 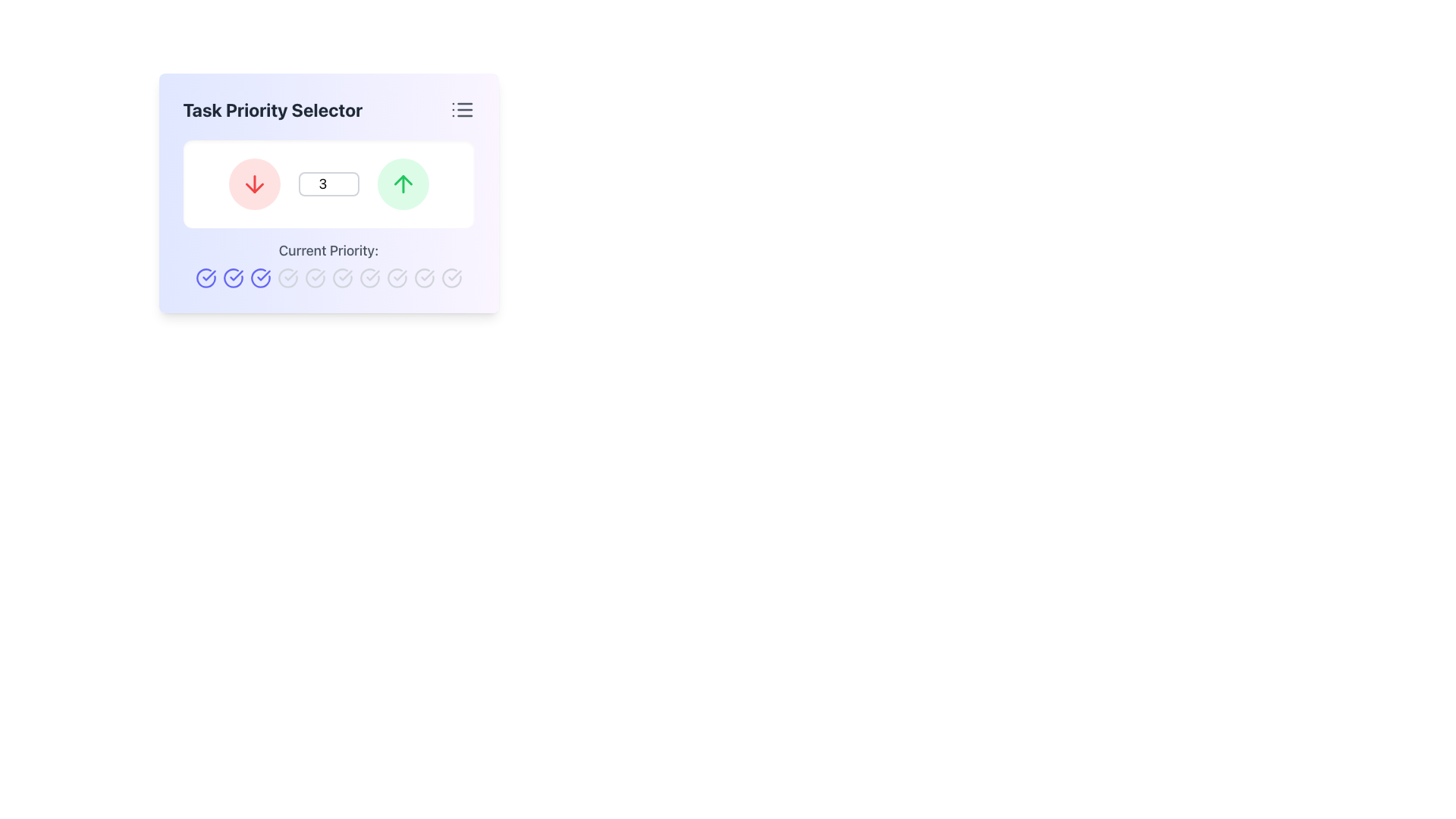 What do you see at coordinates (328, 278) in the screenshot?
I see `the fourth circular icon in the horizontally aligned group of colored checked circles located below the 'Current Priority:' text` at bounding box center [328, 278].